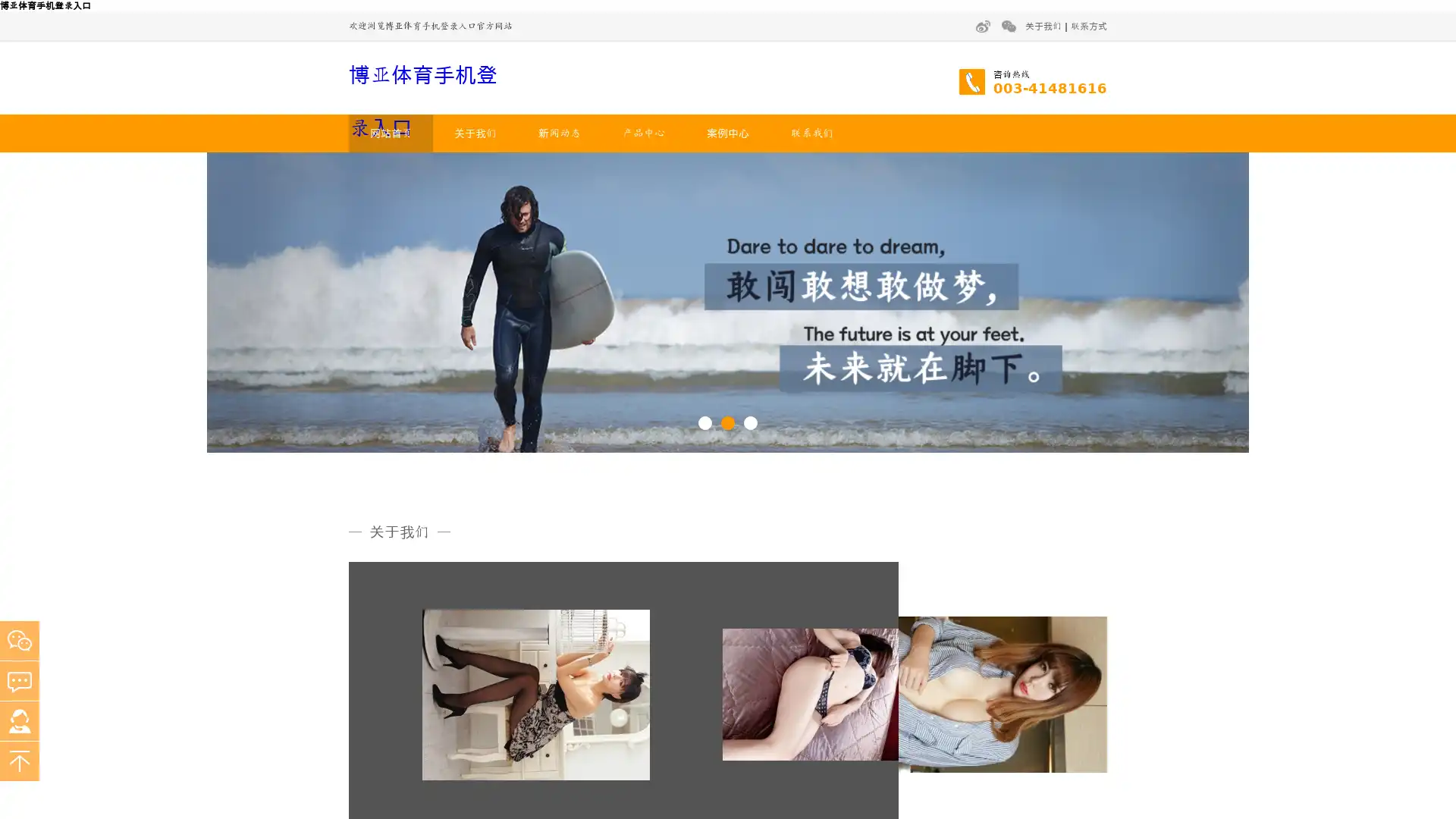 The height and width of the screenshot is (819, 1456). Describe the element at coordinates (750, 422) in the screenshot. I see `3` at that location.